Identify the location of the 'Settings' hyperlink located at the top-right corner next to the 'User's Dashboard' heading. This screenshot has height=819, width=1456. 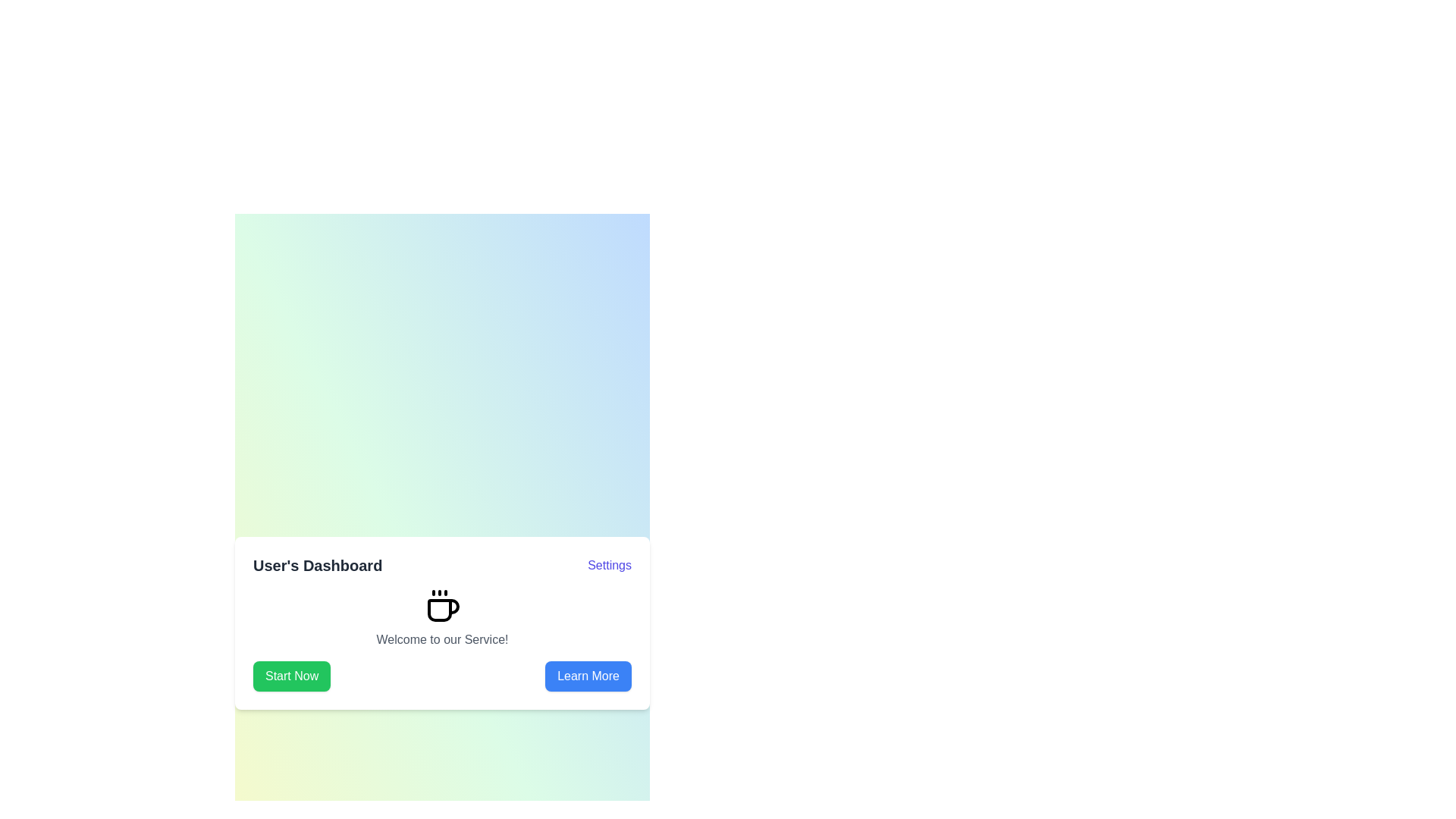
(610, 565).